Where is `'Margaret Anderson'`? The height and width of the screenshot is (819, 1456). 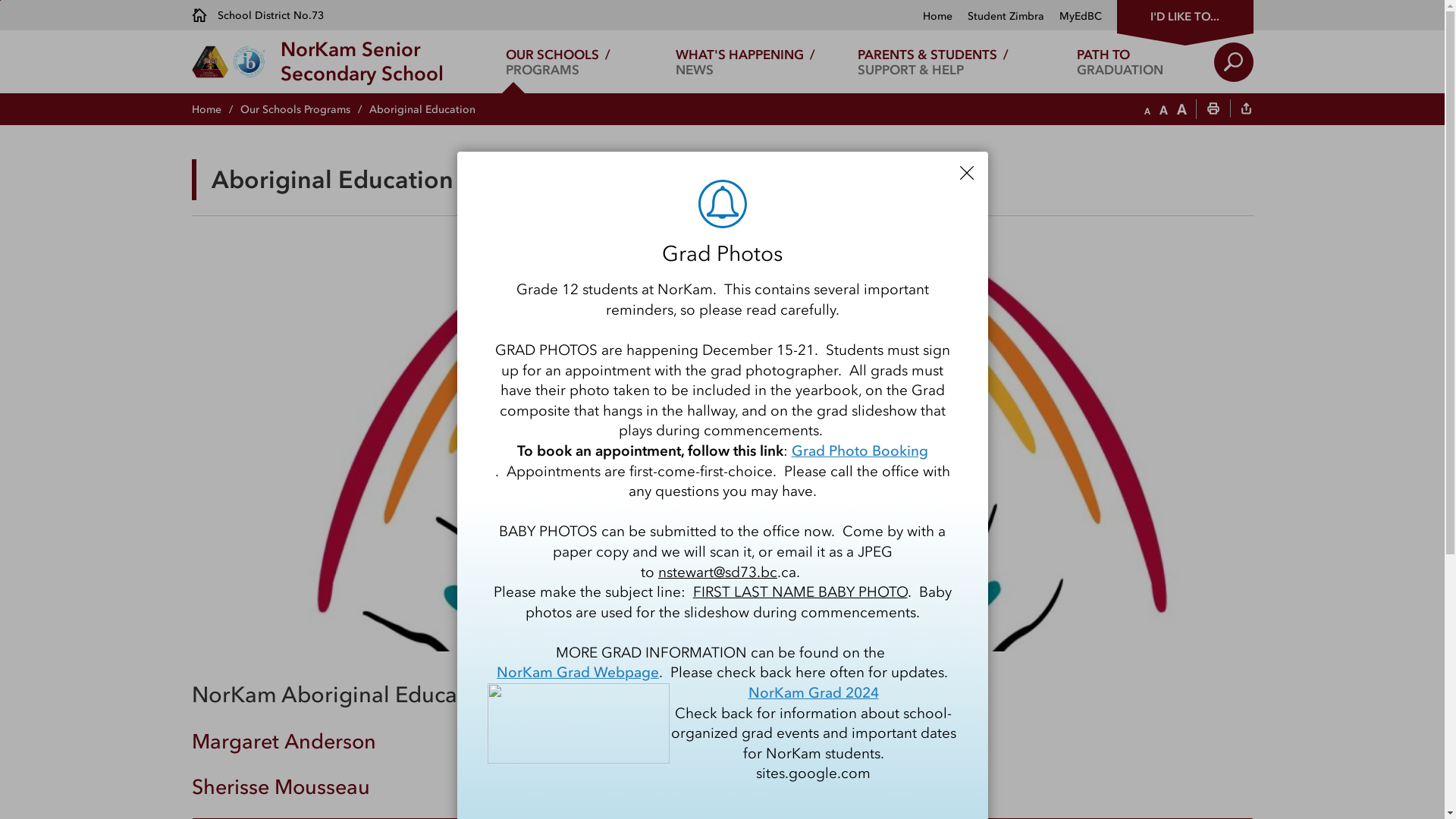 'Margaret Anderson' is located at coordinates (283, 740).